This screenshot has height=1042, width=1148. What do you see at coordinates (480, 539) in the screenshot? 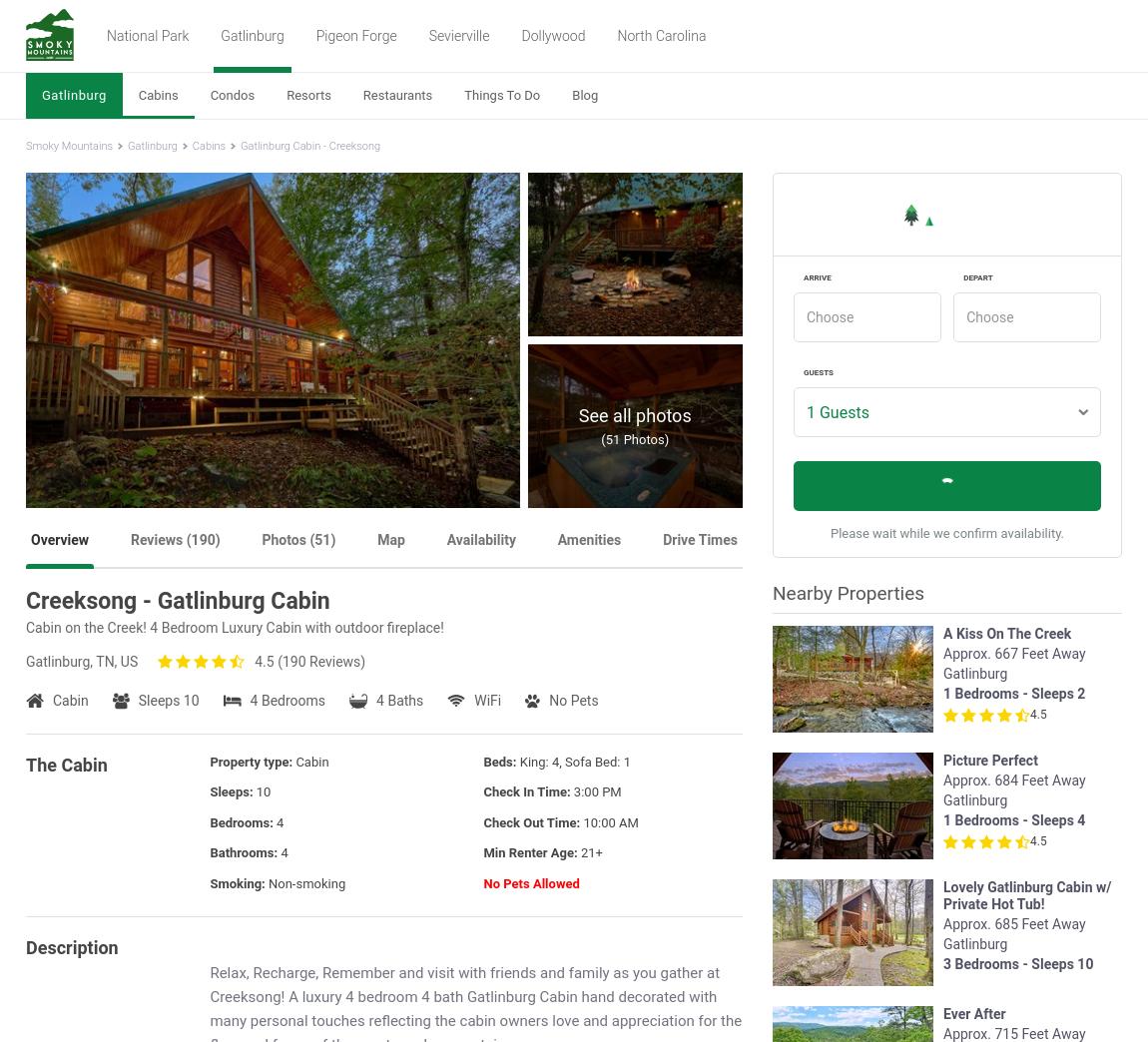
I see `'Availability'` at bounding box center [480, 539].